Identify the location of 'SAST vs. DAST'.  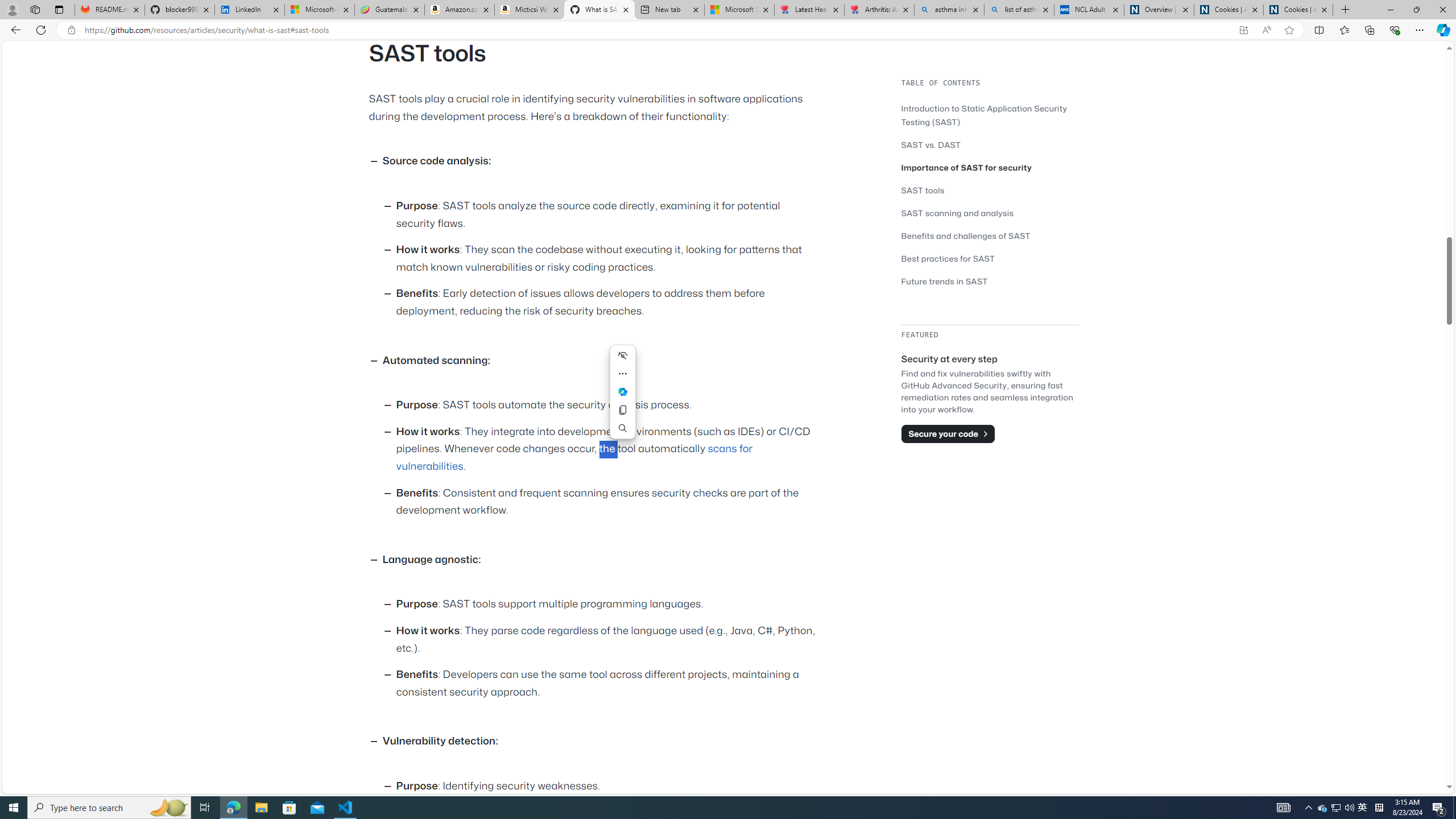
(990, 144).